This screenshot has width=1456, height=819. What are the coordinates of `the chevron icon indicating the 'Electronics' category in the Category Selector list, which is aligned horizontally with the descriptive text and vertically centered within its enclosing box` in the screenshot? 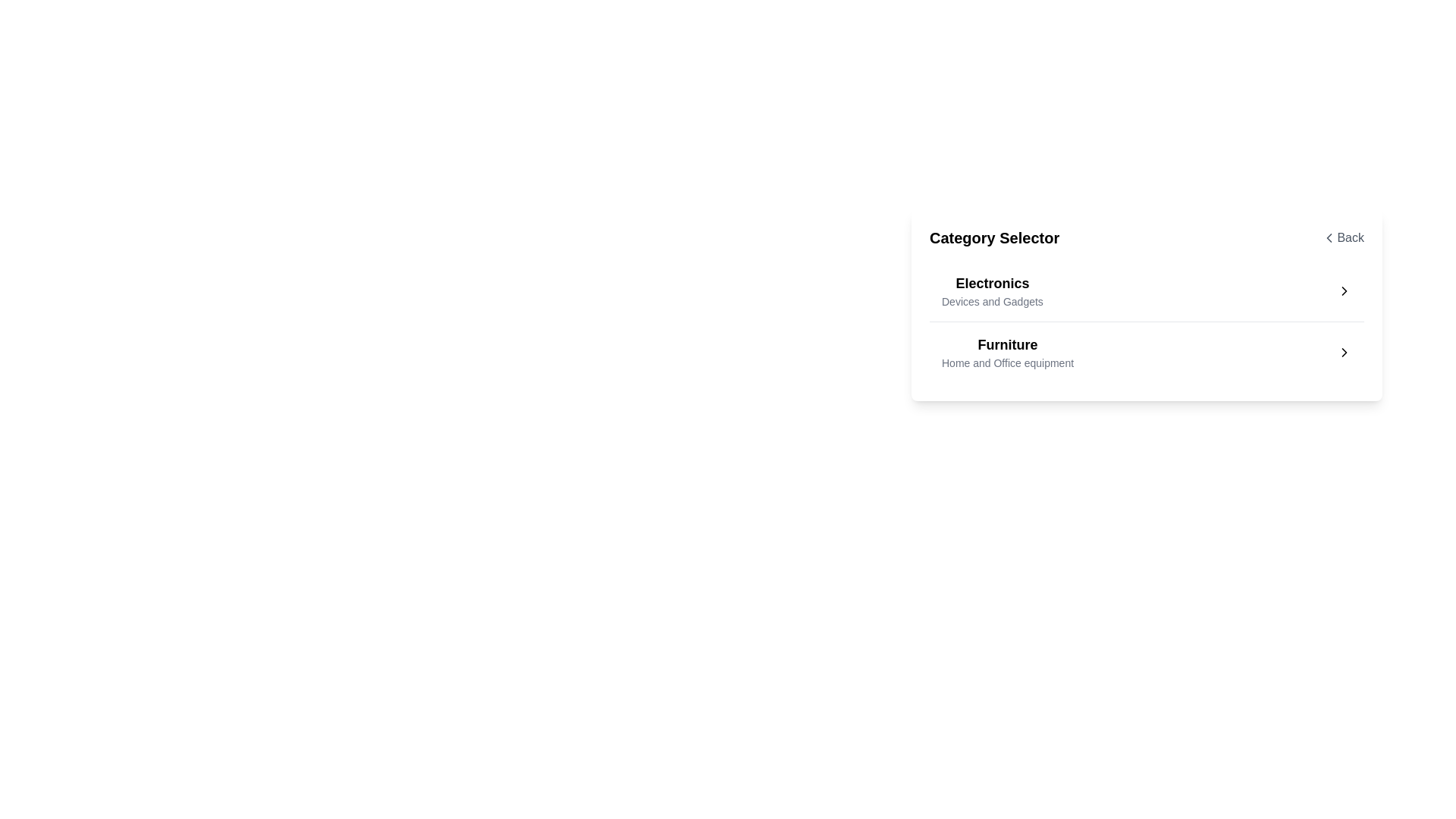 It's located at (1344, 291).